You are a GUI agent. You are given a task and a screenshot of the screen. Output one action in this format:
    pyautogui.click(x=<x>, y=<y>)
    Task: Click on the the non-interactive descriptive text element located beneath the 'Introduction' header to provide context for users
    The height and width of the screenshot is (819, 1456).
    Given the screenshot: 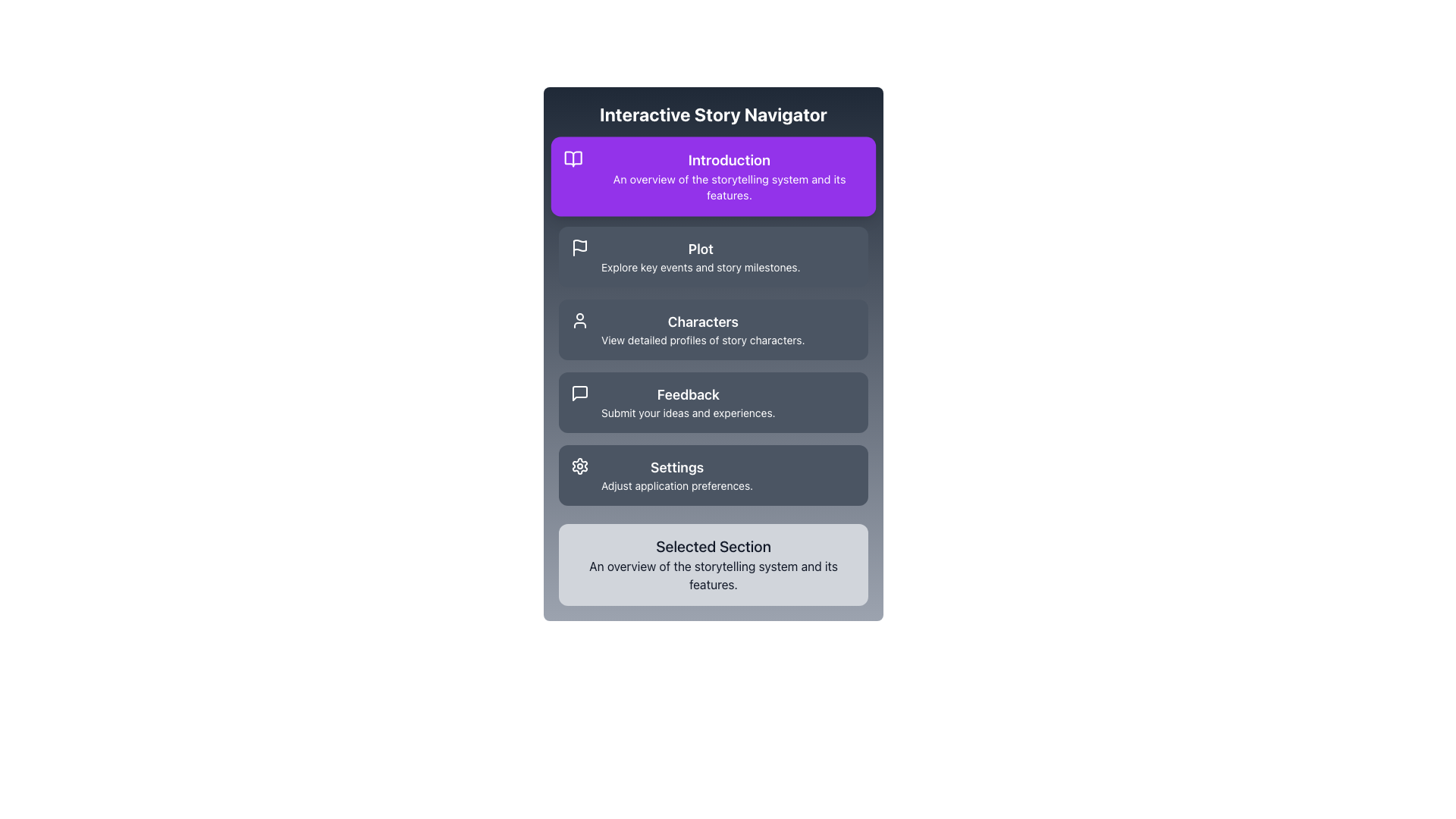 What is the action you would take?
    pyautogui.click(x=729, y=187)
    